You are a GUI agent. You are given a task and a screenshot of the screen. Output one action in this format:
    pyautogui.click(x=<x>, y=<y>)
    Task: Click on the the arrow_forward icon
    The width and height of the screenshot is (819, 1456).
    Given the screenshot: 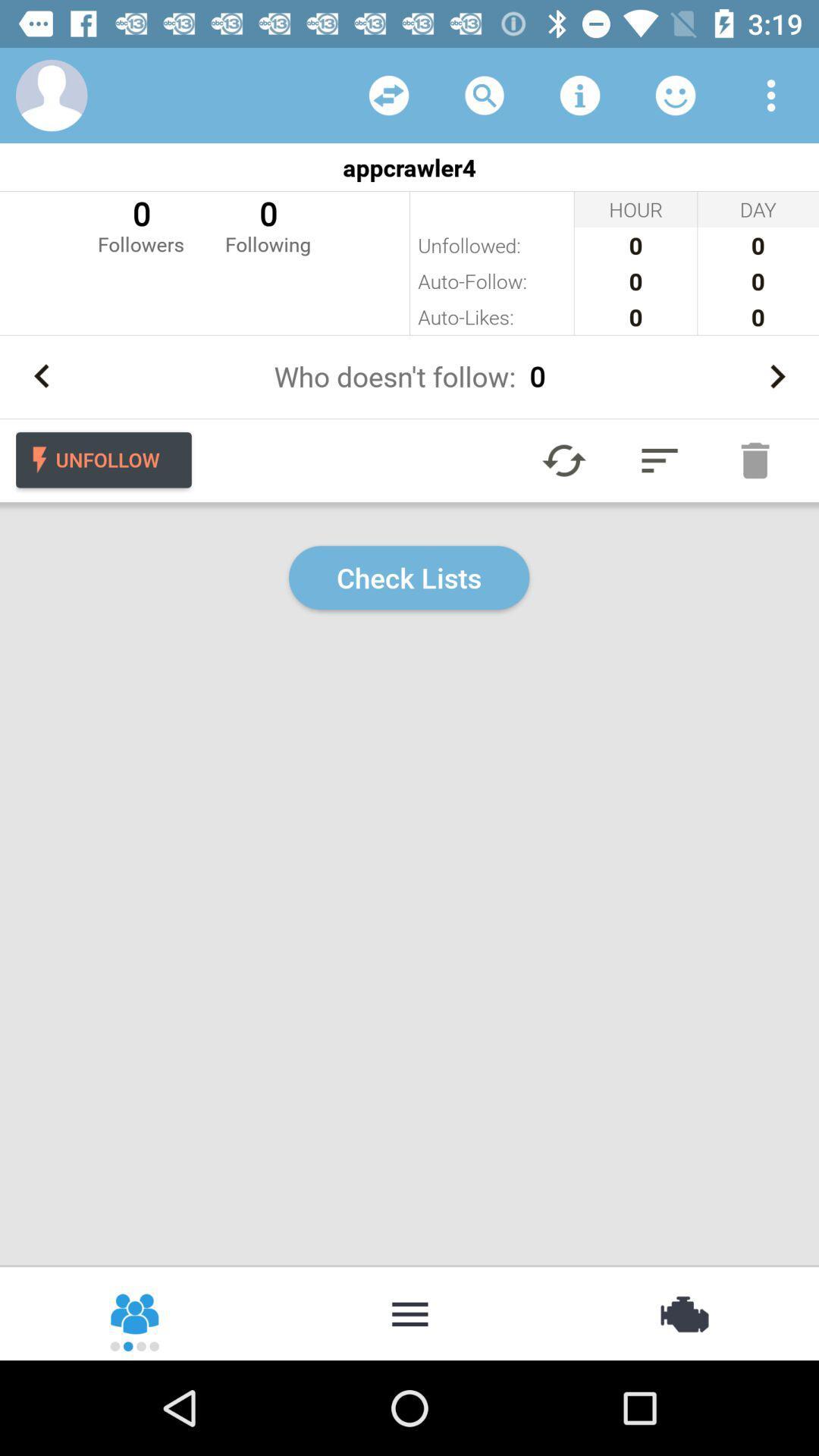 What is the action you would take?
    pyautogui.click(x=777, y=376)
    